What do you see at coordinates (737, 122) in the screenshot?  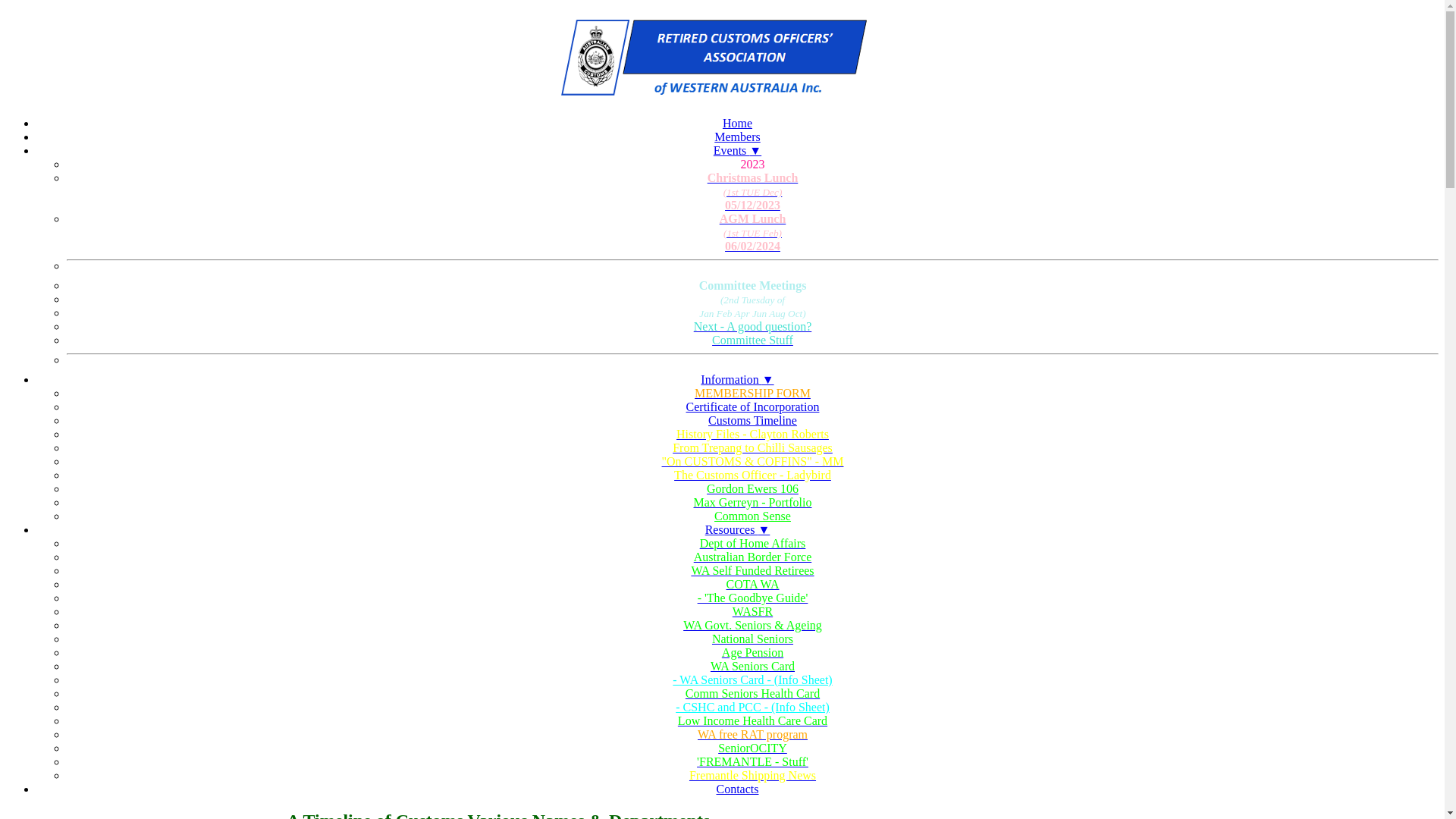 I see `'Home'` at bounding box center [737, 122].